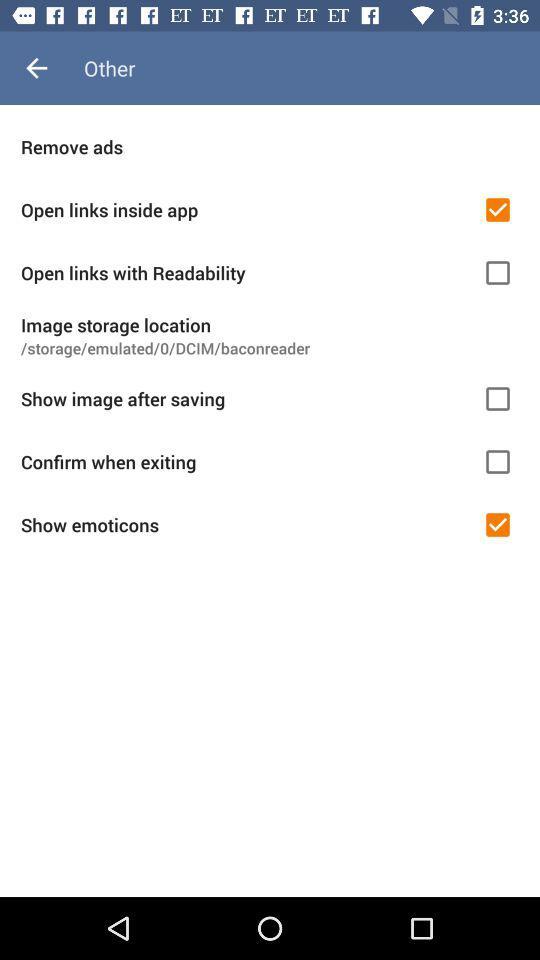 Image resolution: width=540 pixels, height=960 pixels. I want to click on storage emulated 0, so click(270, 348).